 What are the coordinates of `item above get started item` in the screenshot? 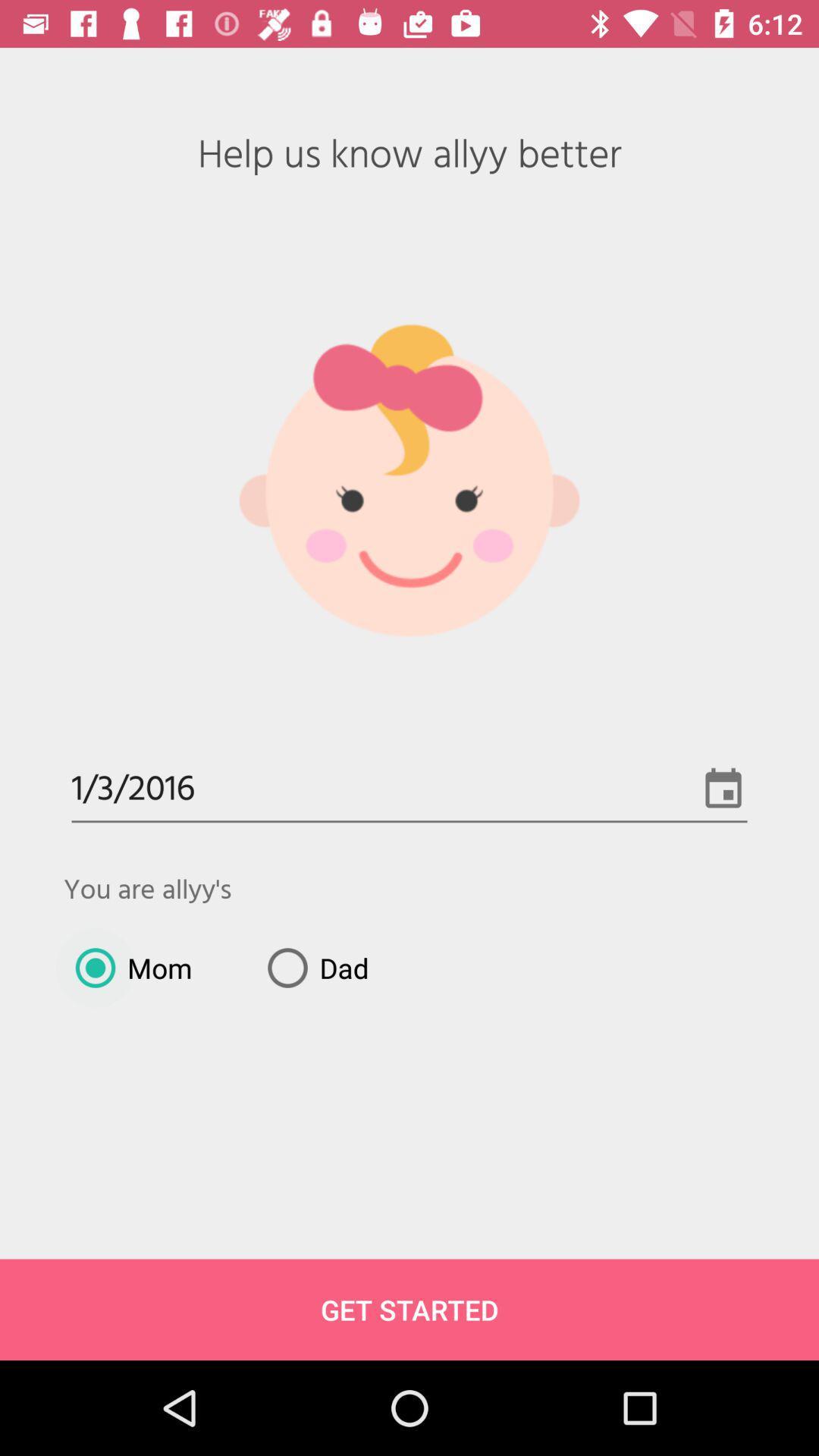 It's located at (312, 967).